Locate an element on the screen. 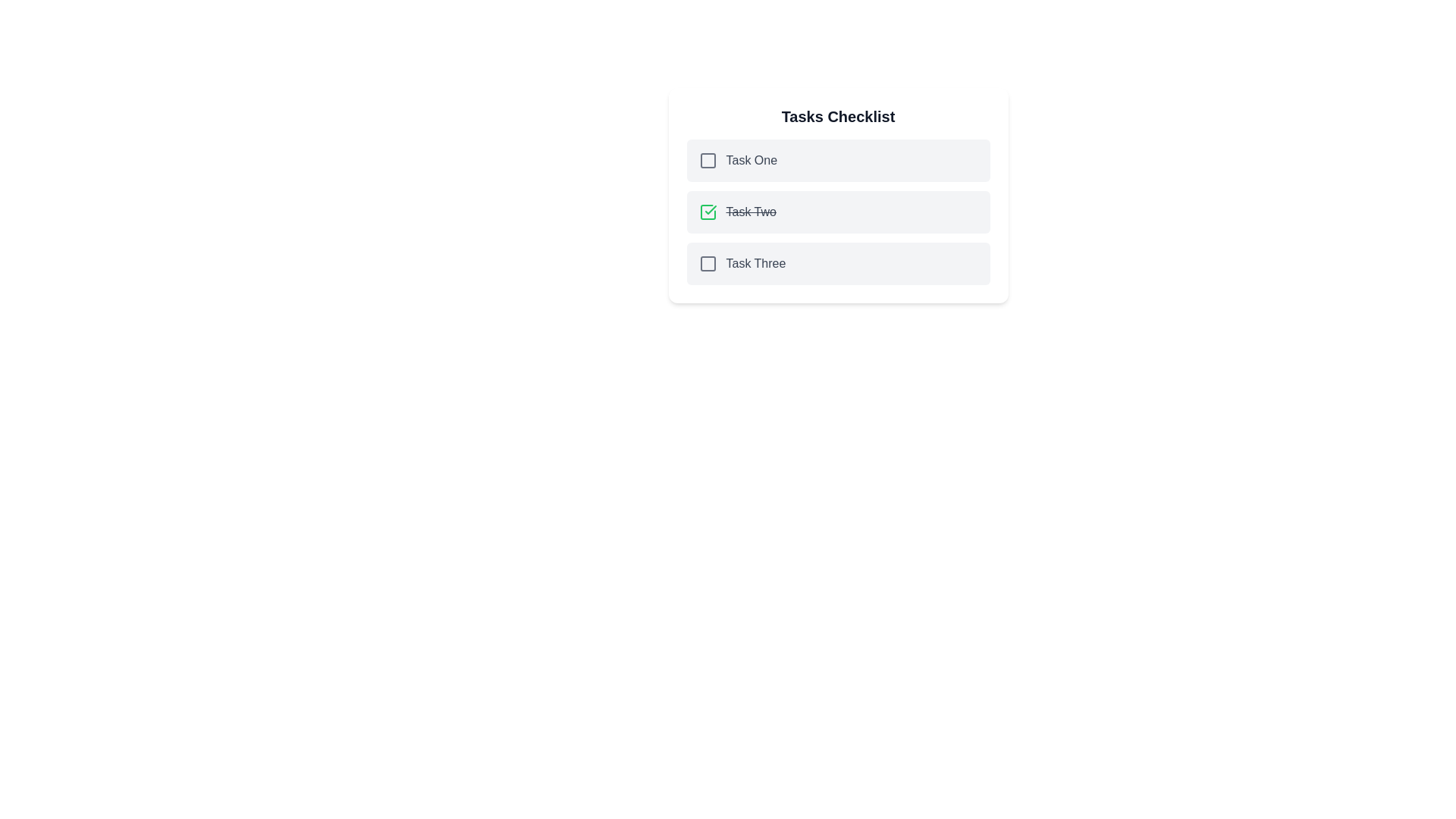 The height and width of the screenshot is (819, 1456). the 'Tasks Checklist' title text, which is bold and large, located at the top of the card-like section is located at coordinates (837, 116).